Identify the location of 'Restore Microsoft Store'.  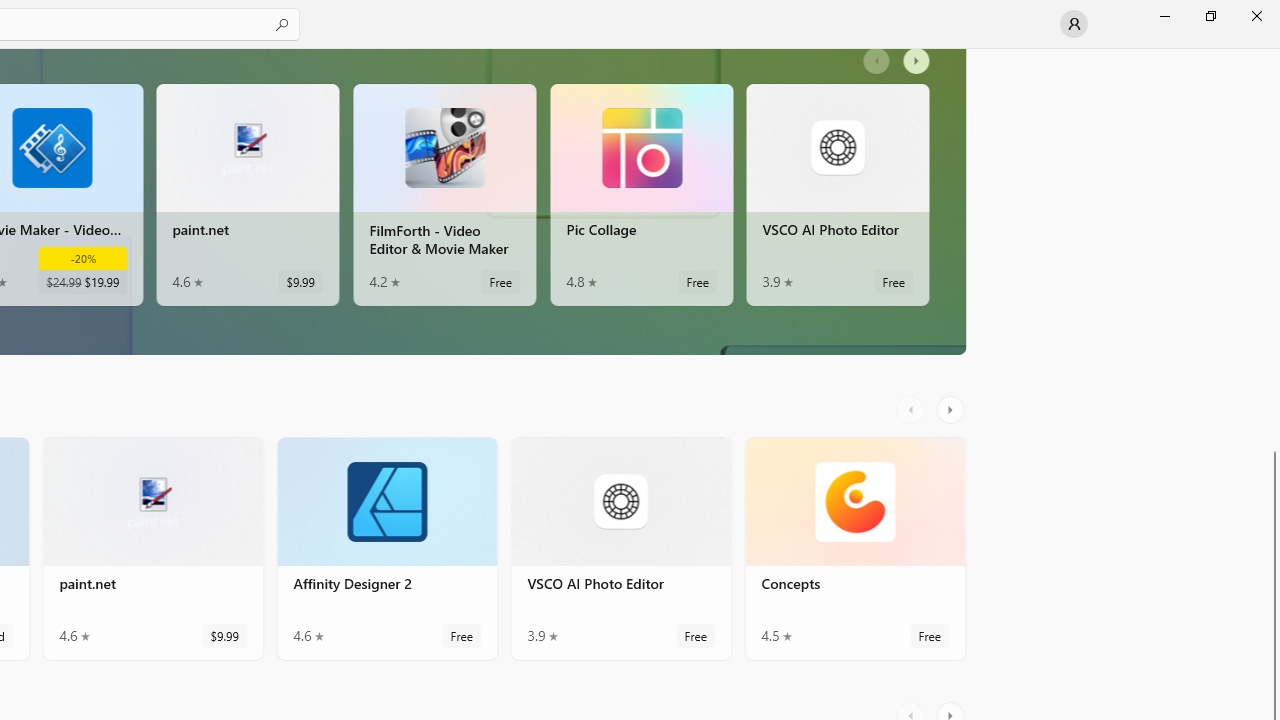
(1209, 15).